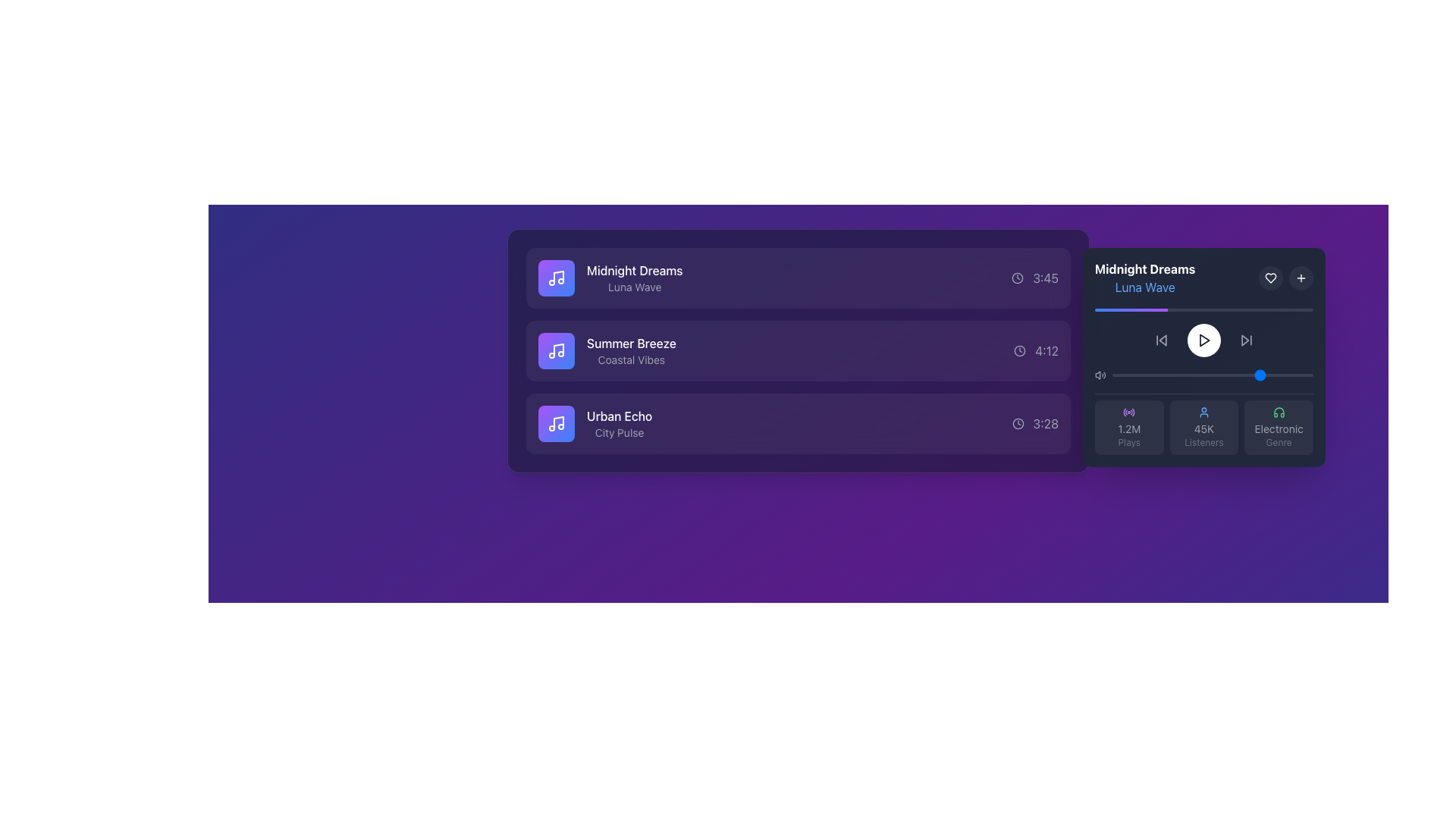 The width and height of the screenshot is (1456, 819). Describe the element at coordinates (1203, 442) in the screenshot. I see `the text label displaying 'Listeners', which is styled in light-gray and positioned under the numerical label '45K' in the music player interface` at that location.